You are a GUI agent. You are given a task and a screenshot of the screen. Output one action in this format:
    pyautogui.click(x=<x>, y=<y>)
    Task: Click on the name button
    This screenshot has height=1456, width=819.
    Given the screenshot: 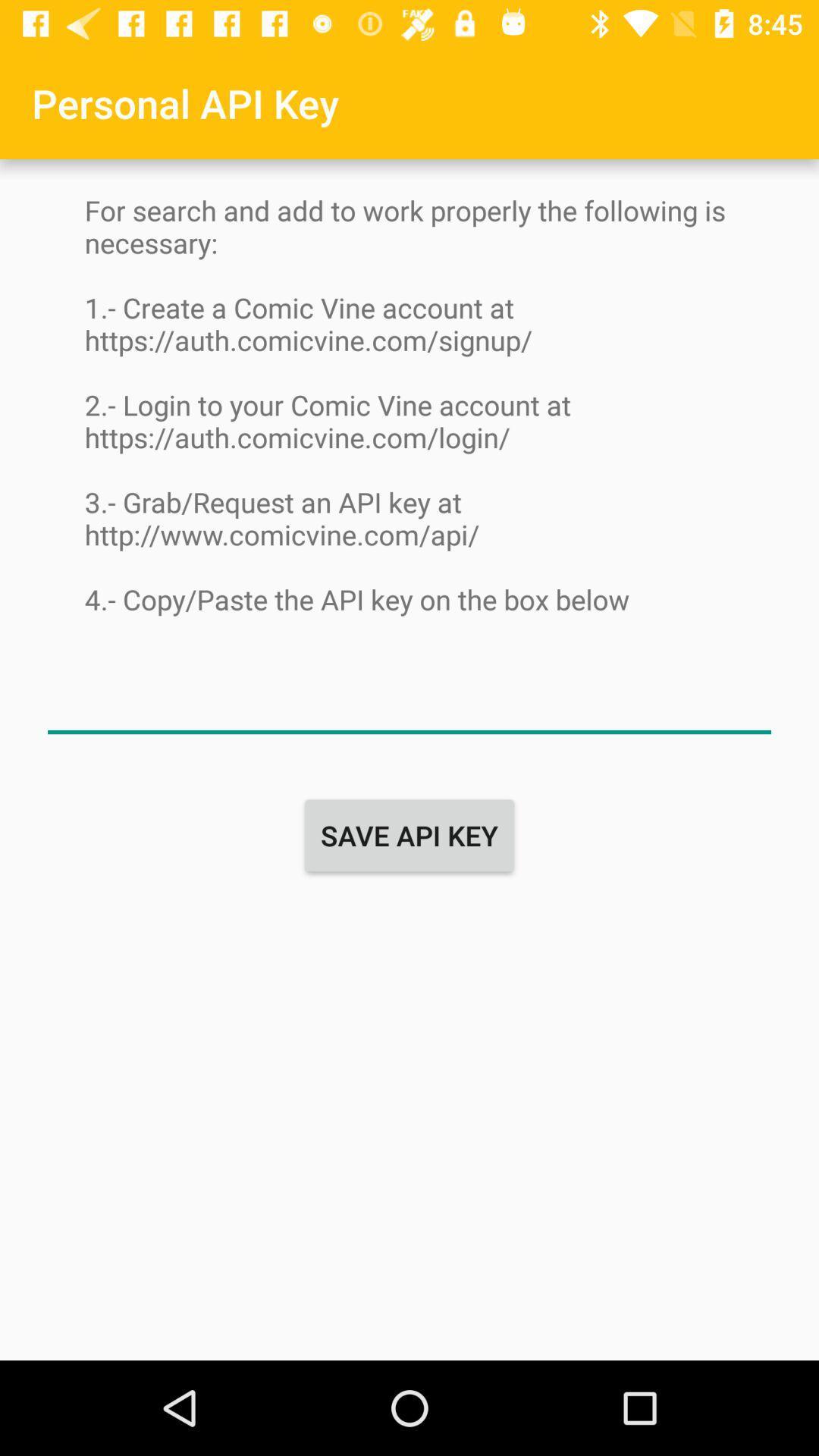 What is the action you would take?
    pyautogui.click(x=409, y=701)
    